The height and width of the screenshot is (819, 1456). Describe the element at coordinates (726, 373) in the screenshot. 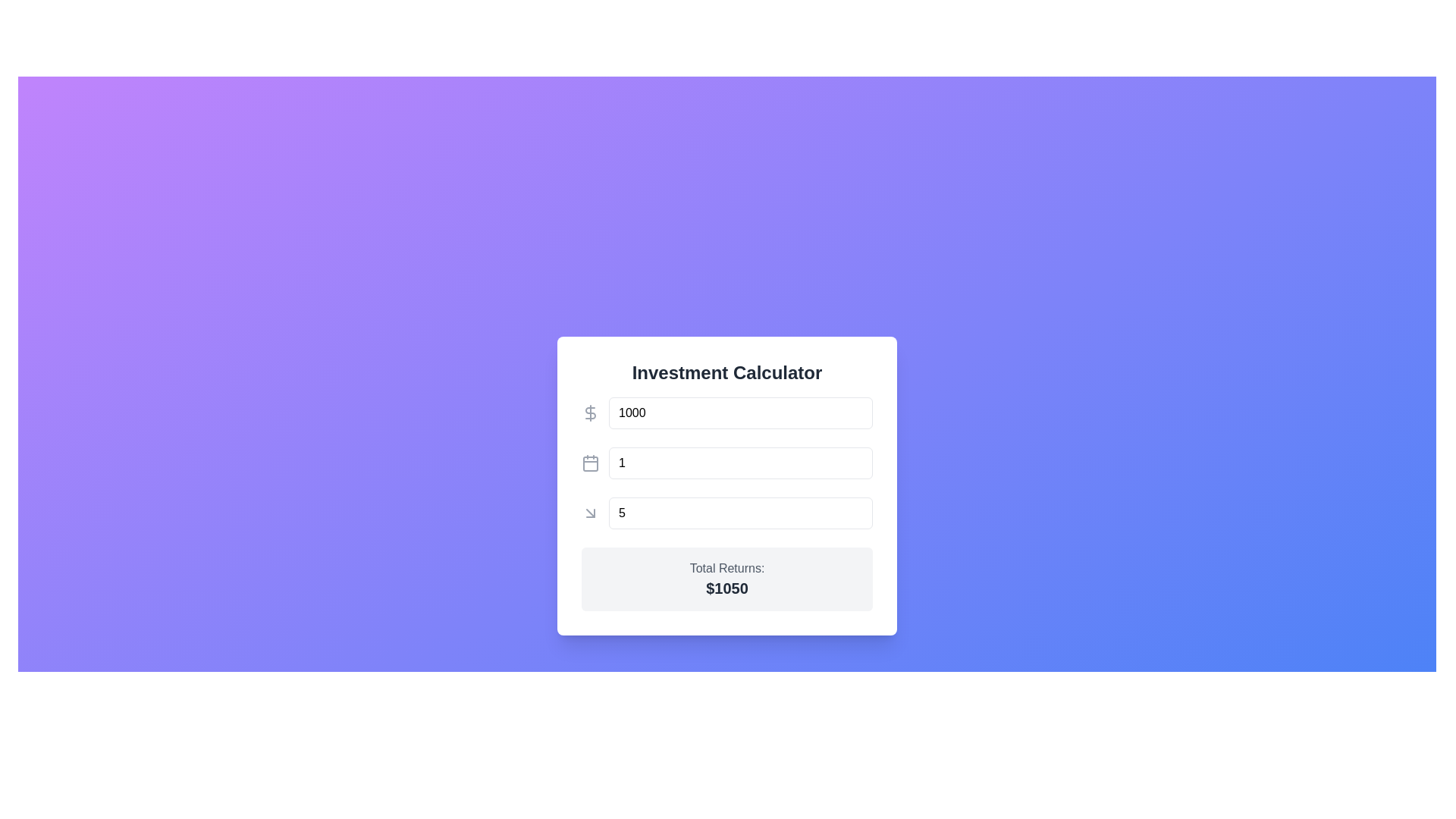

I see `the Text Label that serves as a title for the investment calculator interface, which is located at the top-center of the form group` at that location.